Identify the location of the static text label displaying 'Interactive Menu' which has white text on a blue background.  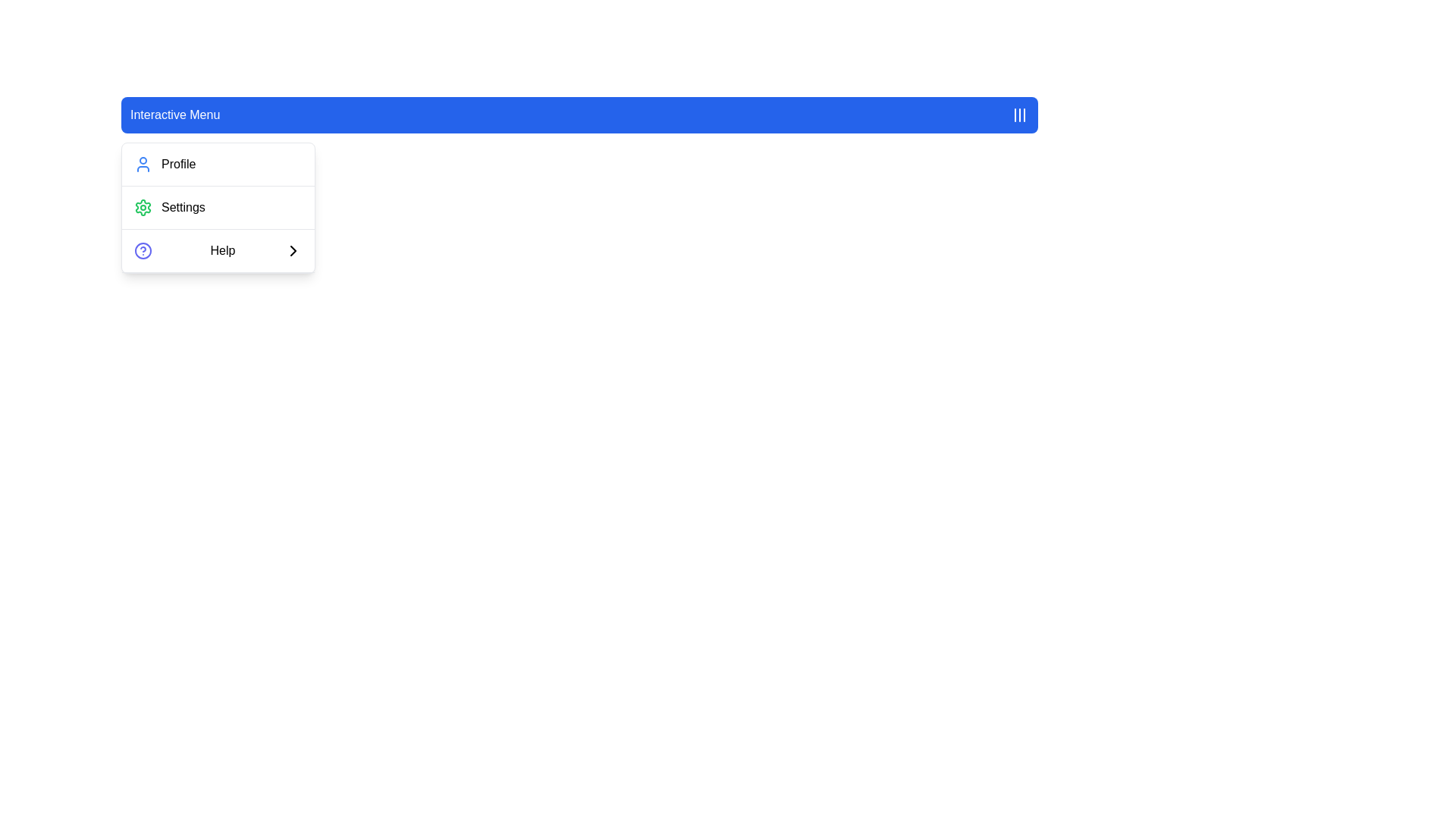
(175, 114).